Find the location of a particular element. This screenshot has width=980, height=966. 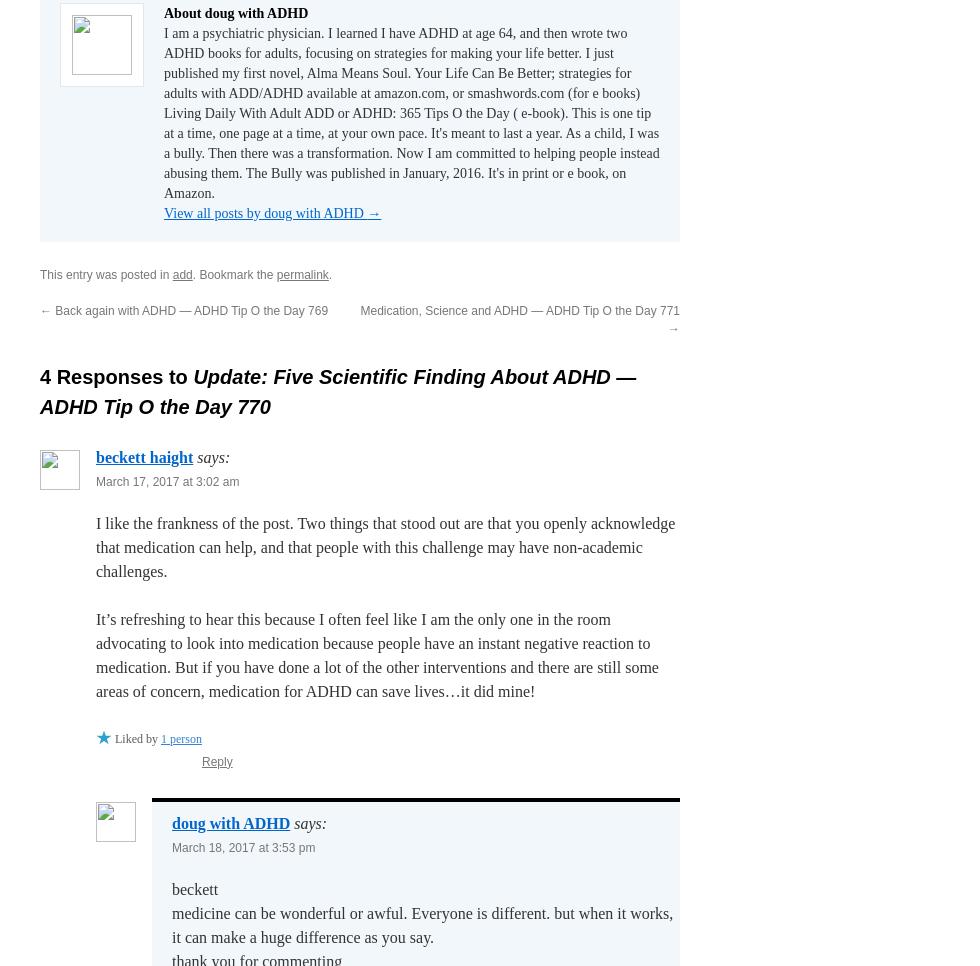

'beckett' is located at coordinates (195, 888).